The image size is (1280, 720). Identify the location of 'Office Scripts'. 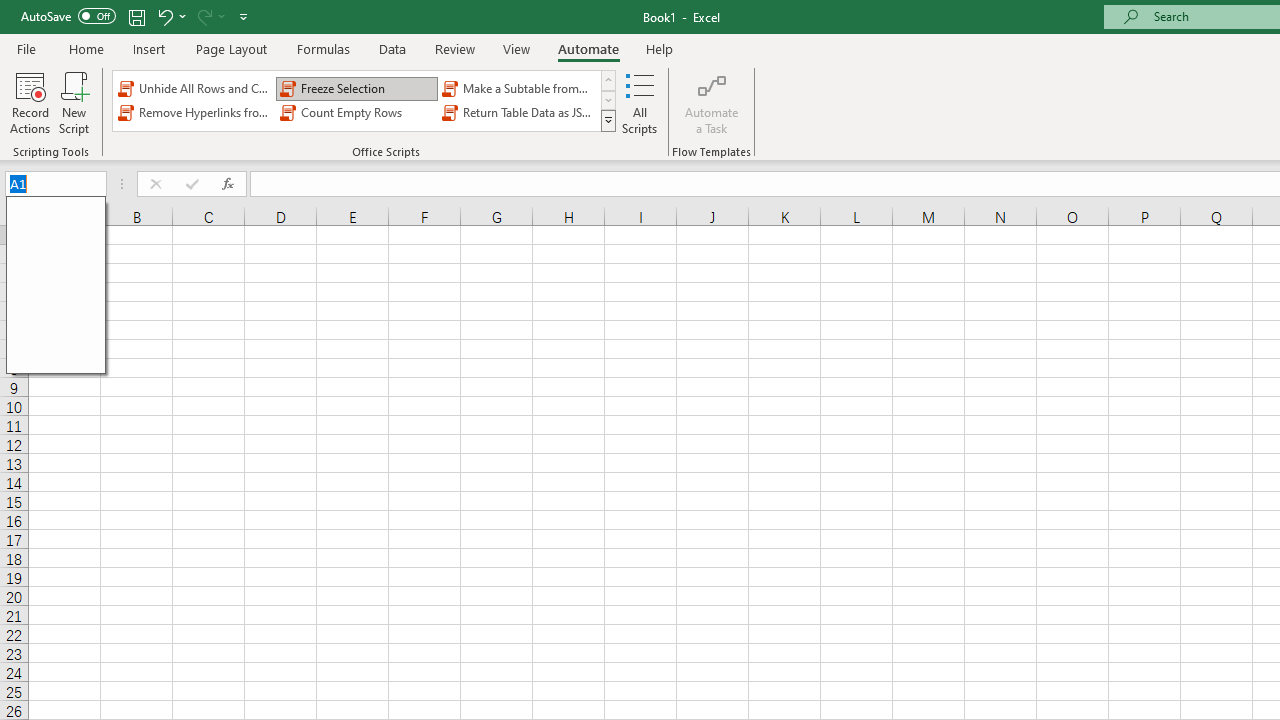
(607, 120).